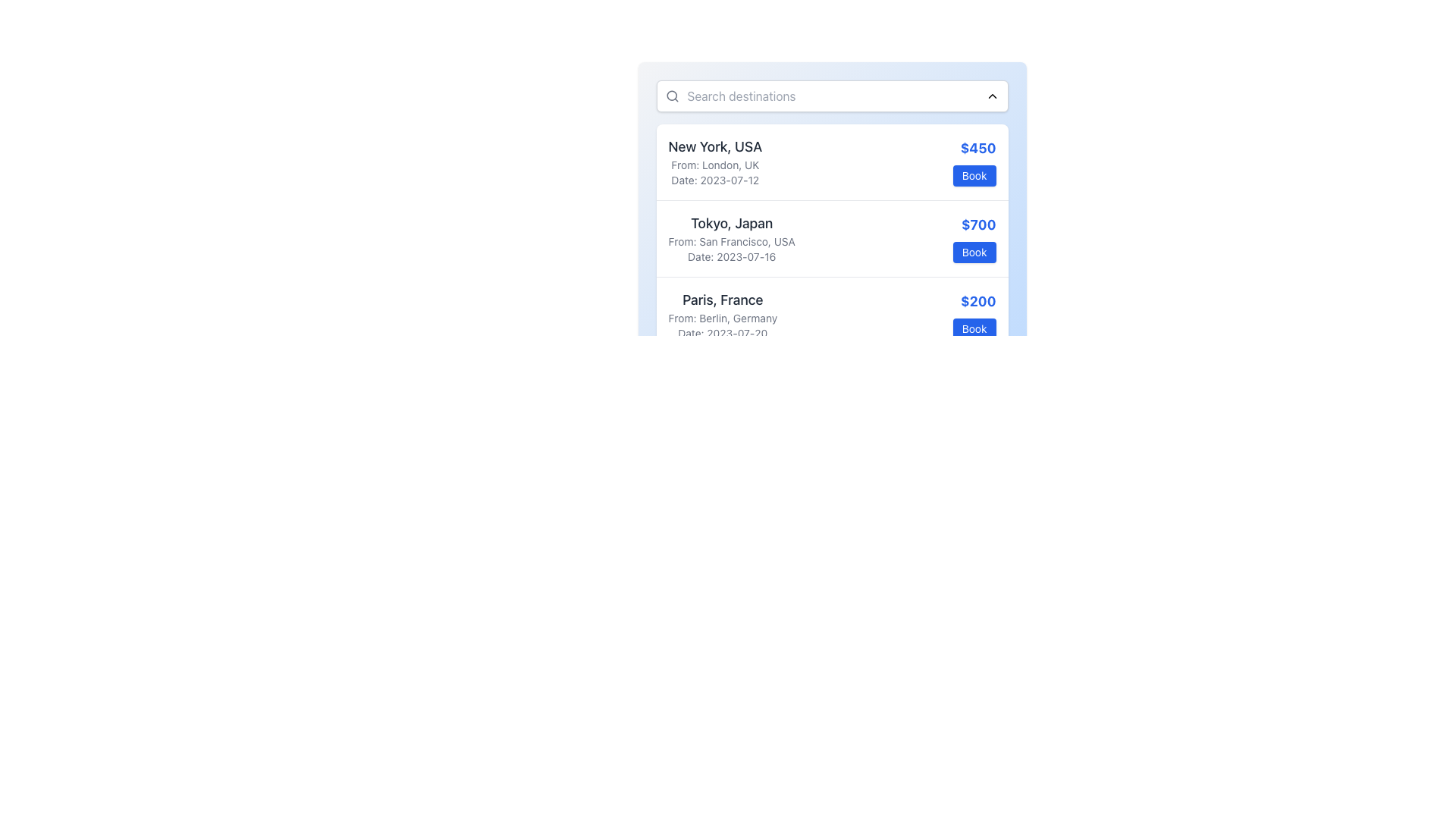 The width and height of the screenshot is (1456, 819). I want to click on the list item displaying 'Paris, France' which includes details 'From: Berlin, Germany' and 'Date: 2023-07-20', so click(722, 315).